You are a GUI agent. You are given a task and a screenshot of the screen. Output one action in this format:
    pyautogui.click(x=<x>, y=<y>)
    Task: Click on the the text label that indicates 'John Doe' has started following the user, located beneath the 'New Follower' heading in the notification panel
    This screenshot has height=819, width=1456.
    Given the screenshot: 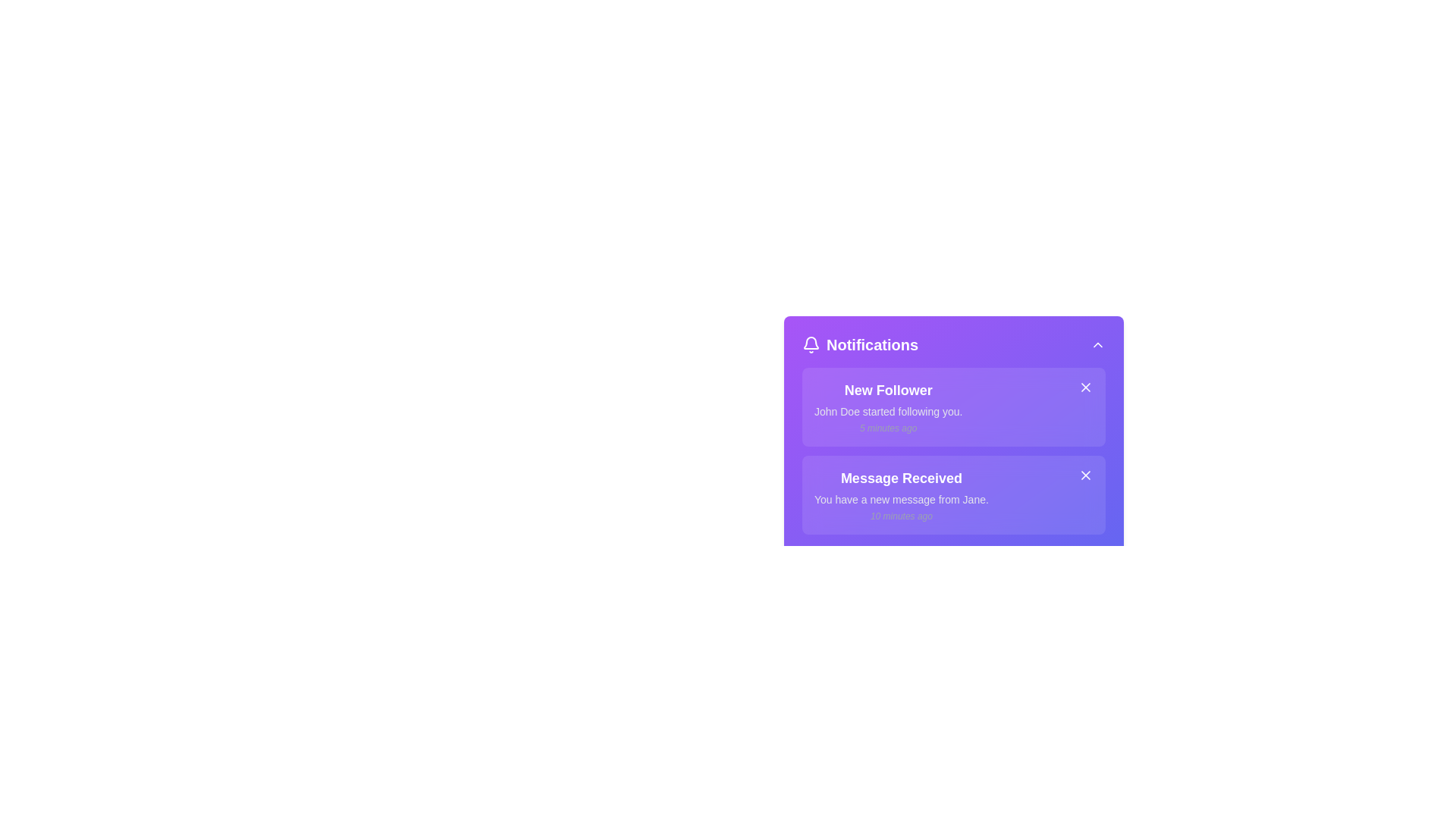 What is the action you would take?
    pyautogui.click(x=888, y=412)
    